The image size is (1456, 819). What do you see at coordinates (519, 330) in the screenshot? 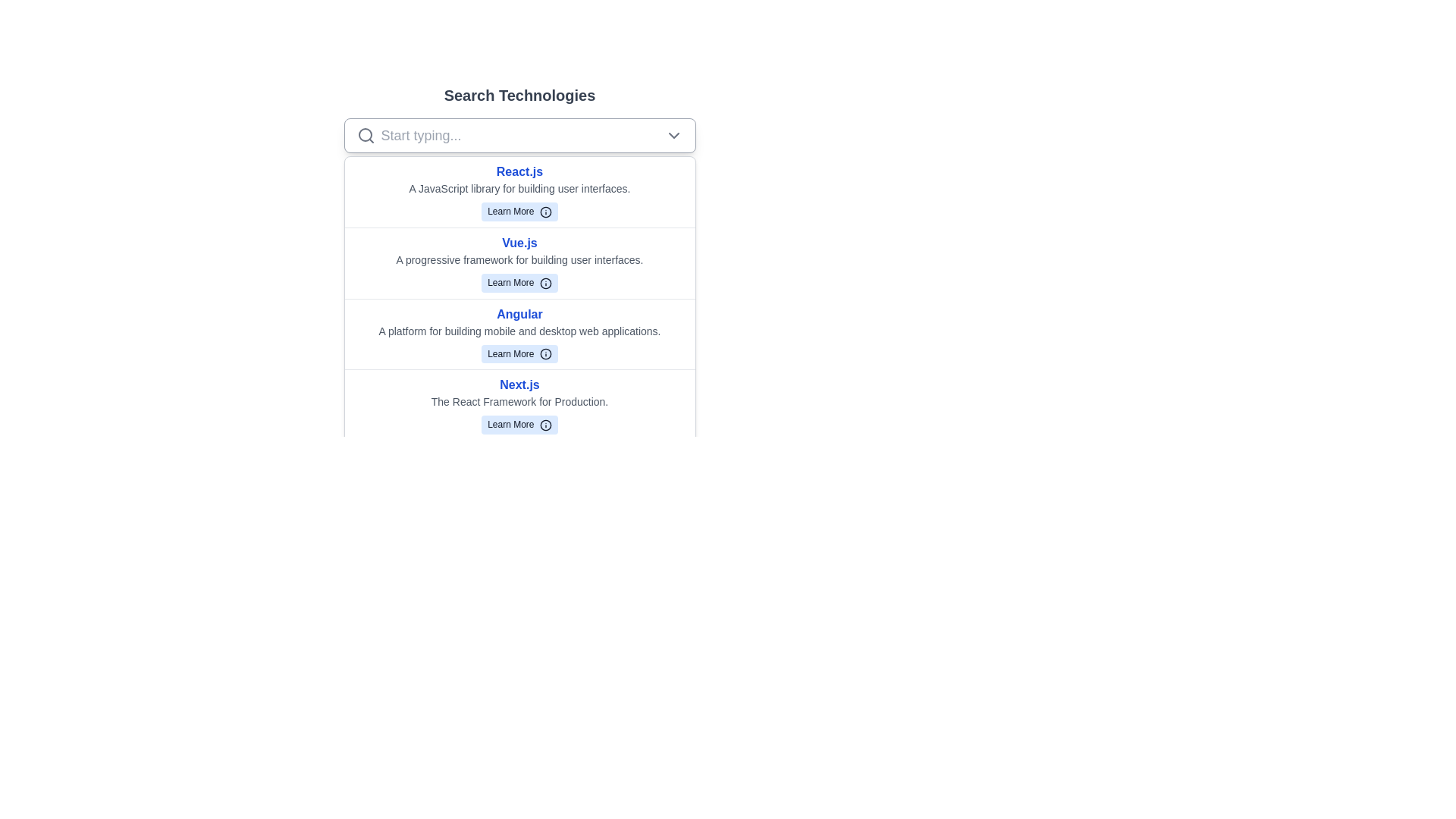
I see `the text label stating 'A platform for building mobile and desktop web applications.' which is styled in a small gray font and positioned below the title 'Angular' and above the 'Learn More' button` at bounding box center [519, 330].